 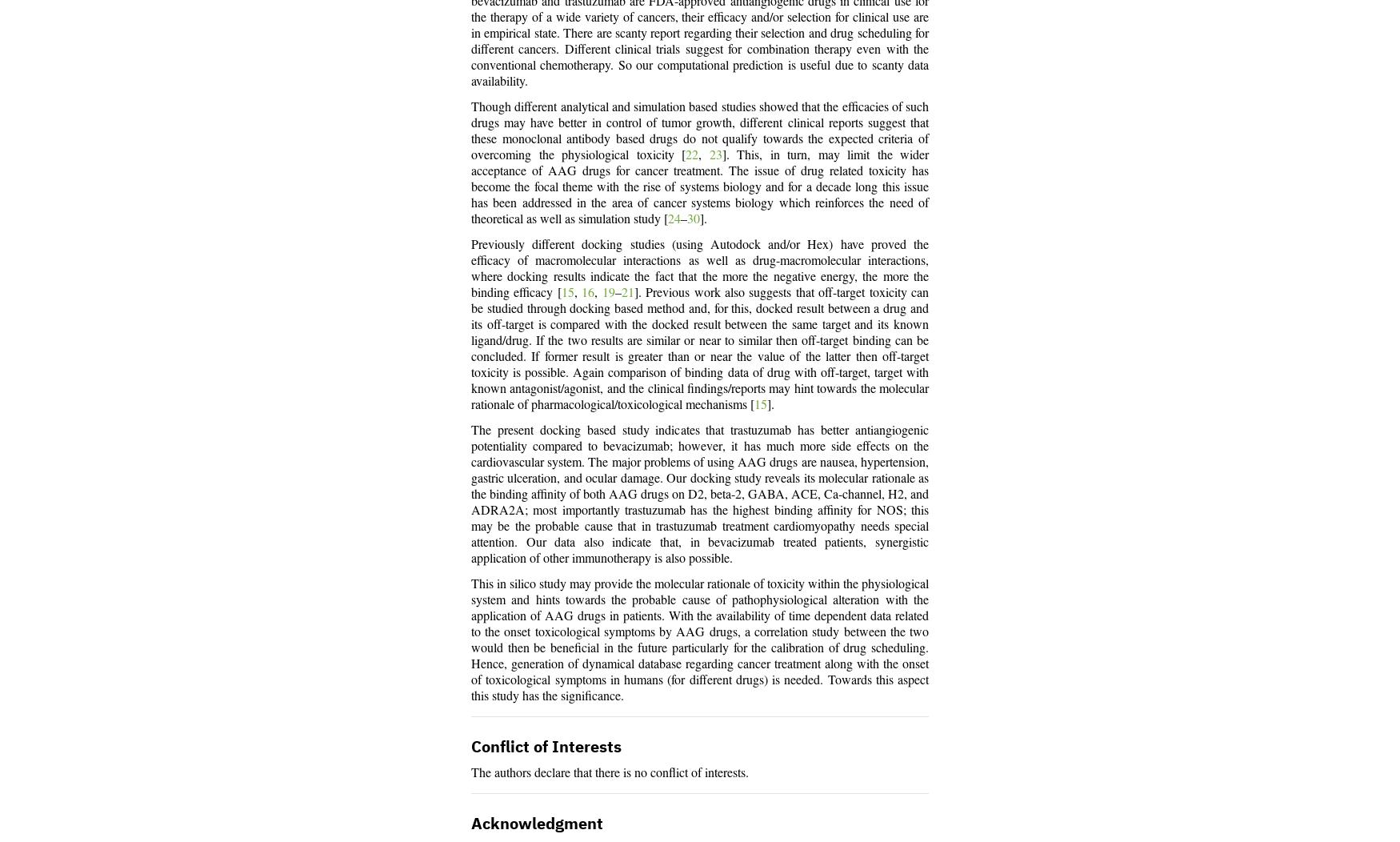 What do you see at coordinates (700, 132) in the screenshot?
I see `'Though different analytical and simulation based studies showed that the efficacies of such drugs may have better in control of tumor growth, different clinical reports suggest that these monoclonal antibody based drugs do not qualify towards the expected criteria of overcoming the physiological toxicity ['` at bounding box center [700, 132].